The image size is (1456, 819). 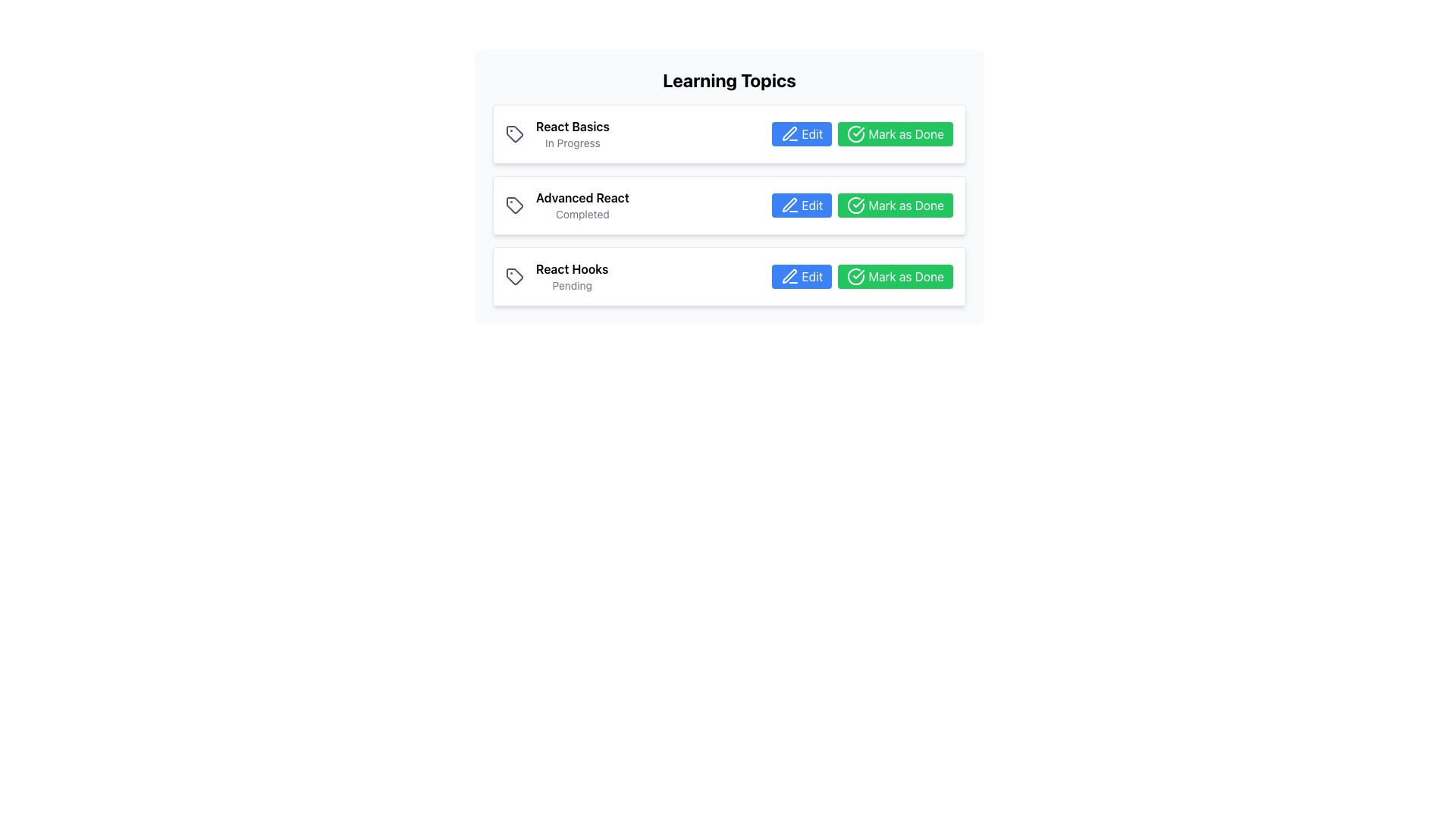 What do you see at coordinates (582, 205) in the screenshot?
I see `the text block displaying the title and status of a learning topic, located between 'React Basics' and 'React Hooks' in the 'Learning Topics' section` at bounding box center [582, 205].